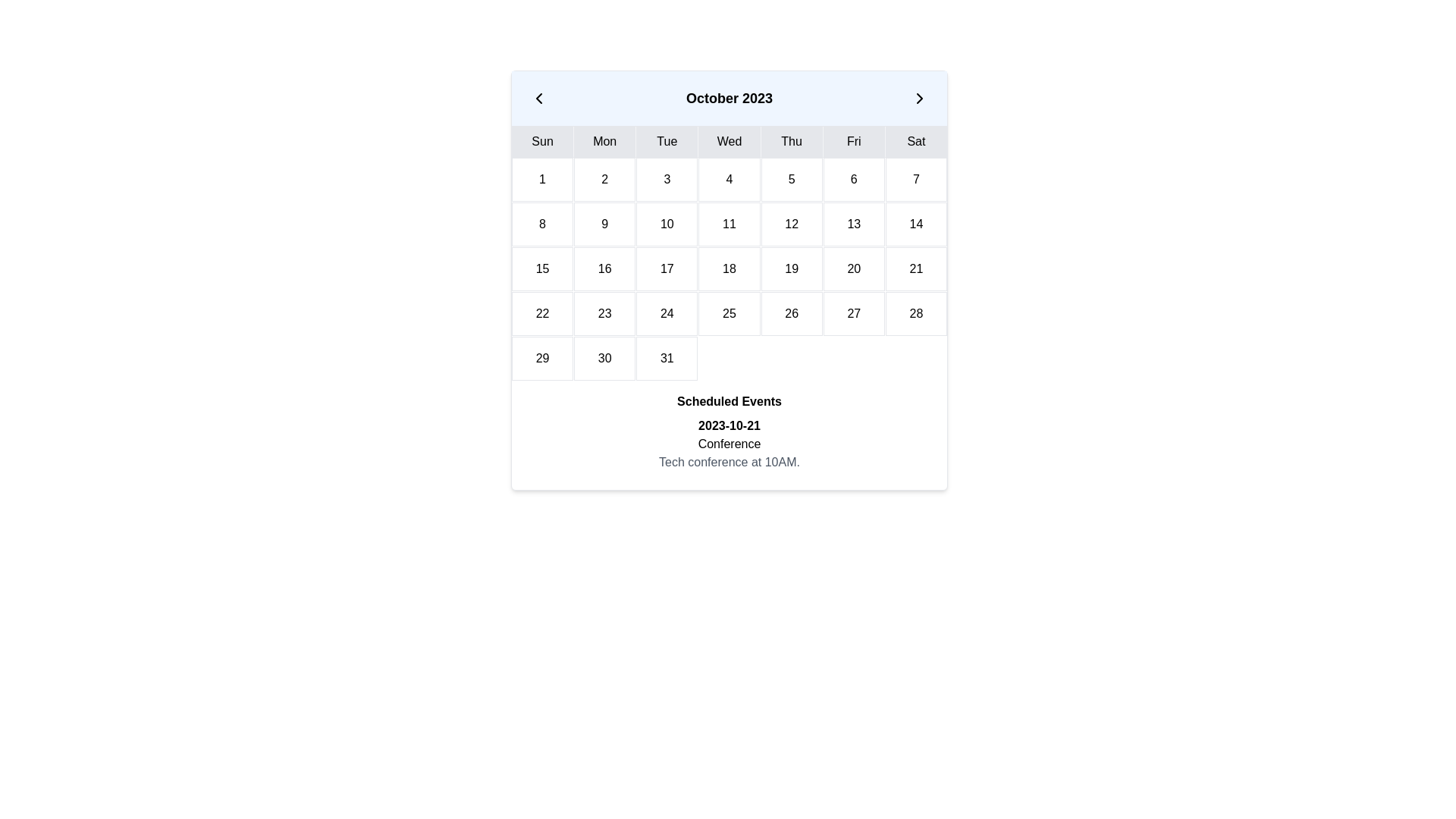  What do you see at coordinates (854, 312) in the screenshot?
I see `the Text Display (Date Selector) that represents the 27th day of the month in the calendar, located in the sixth column and fourth row of the grid layout under 'Fri'` at bounding box center [854, 312].